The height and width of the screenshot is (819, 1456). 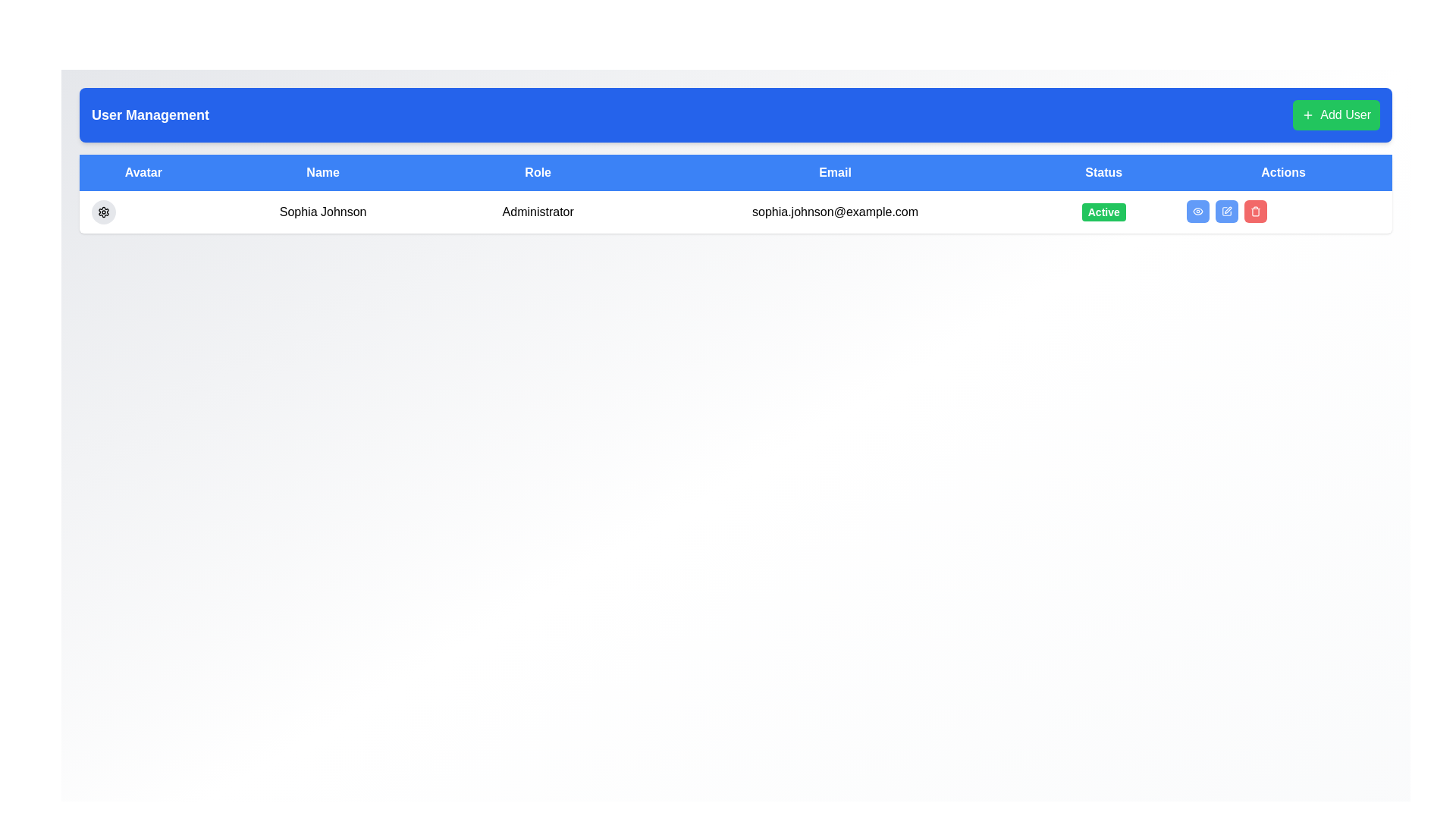 What do you see at coordinates (322, 212) in the screenshot?
I see `the Text Label that displays the user's name, located in the first data row under the 'Name' column of the user details table` at bounding box center [322, 212].